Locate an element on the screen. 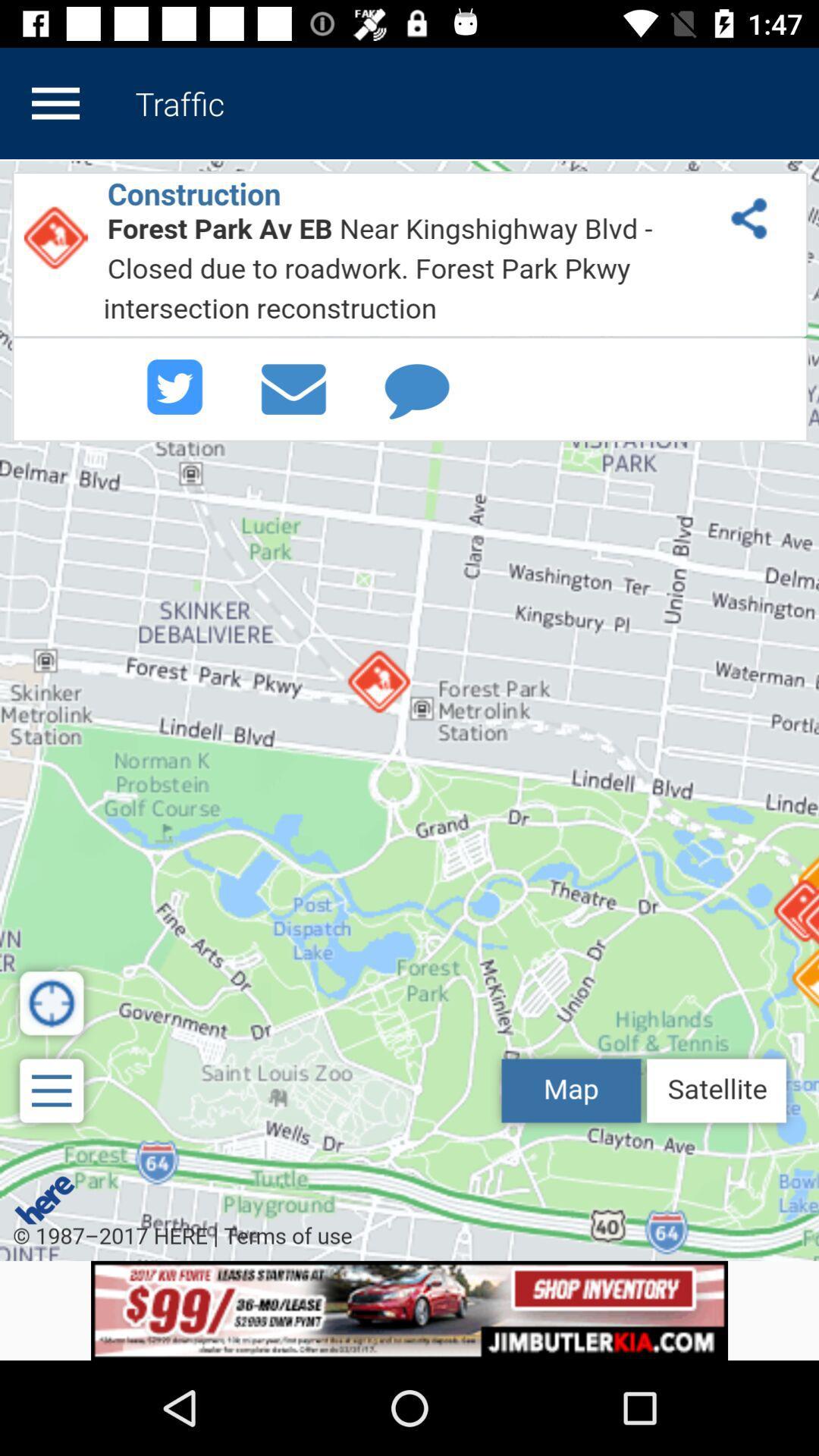  access menu is located at coordinates (55, 102).